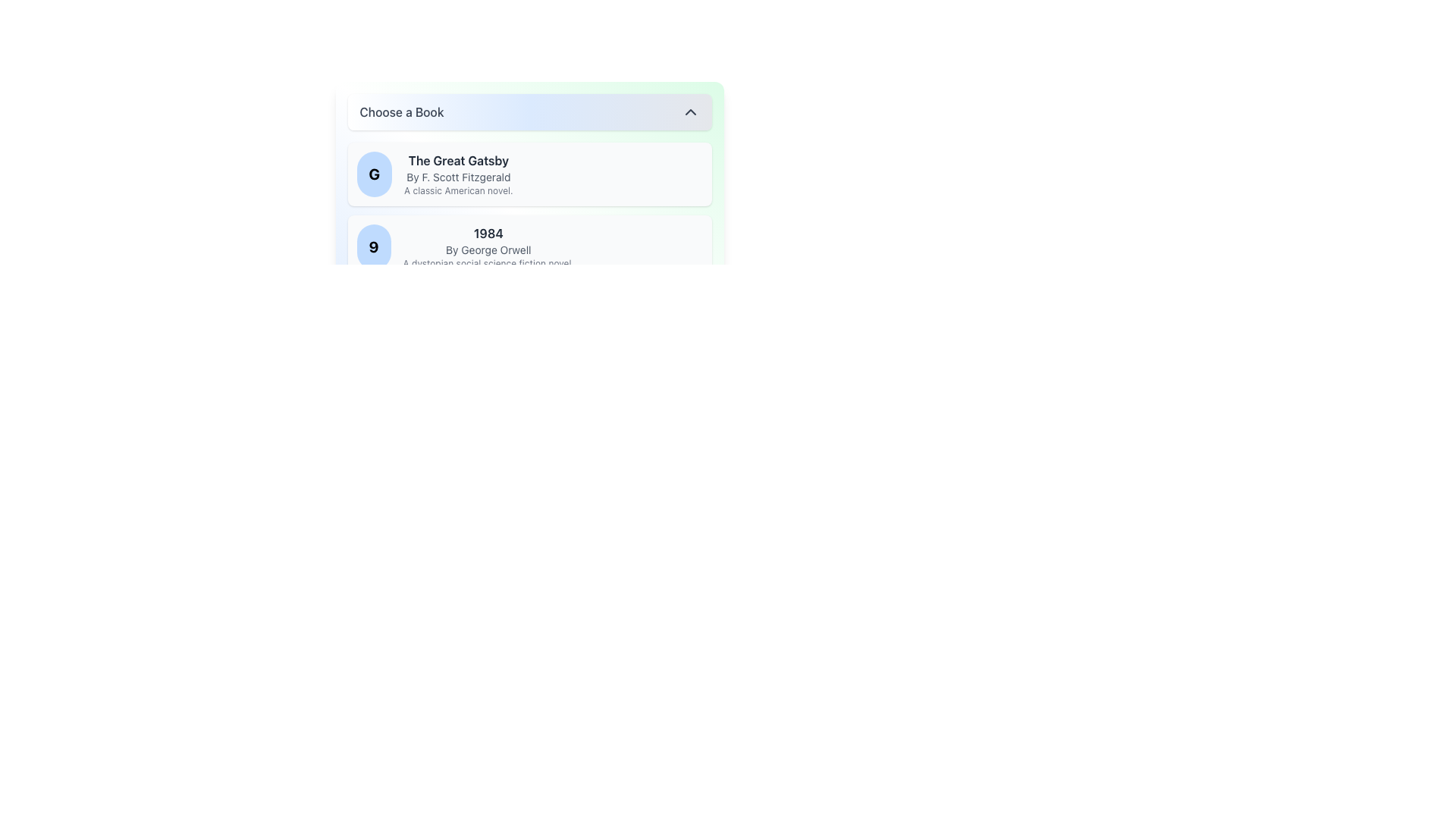 This screenshot has width=1456, height=819. What do you see at coordinates (529, 174) in the screenshot?
I see `the first selectable card in the list titled 'The Great Gatsby'` at bounding box center [529, 174].